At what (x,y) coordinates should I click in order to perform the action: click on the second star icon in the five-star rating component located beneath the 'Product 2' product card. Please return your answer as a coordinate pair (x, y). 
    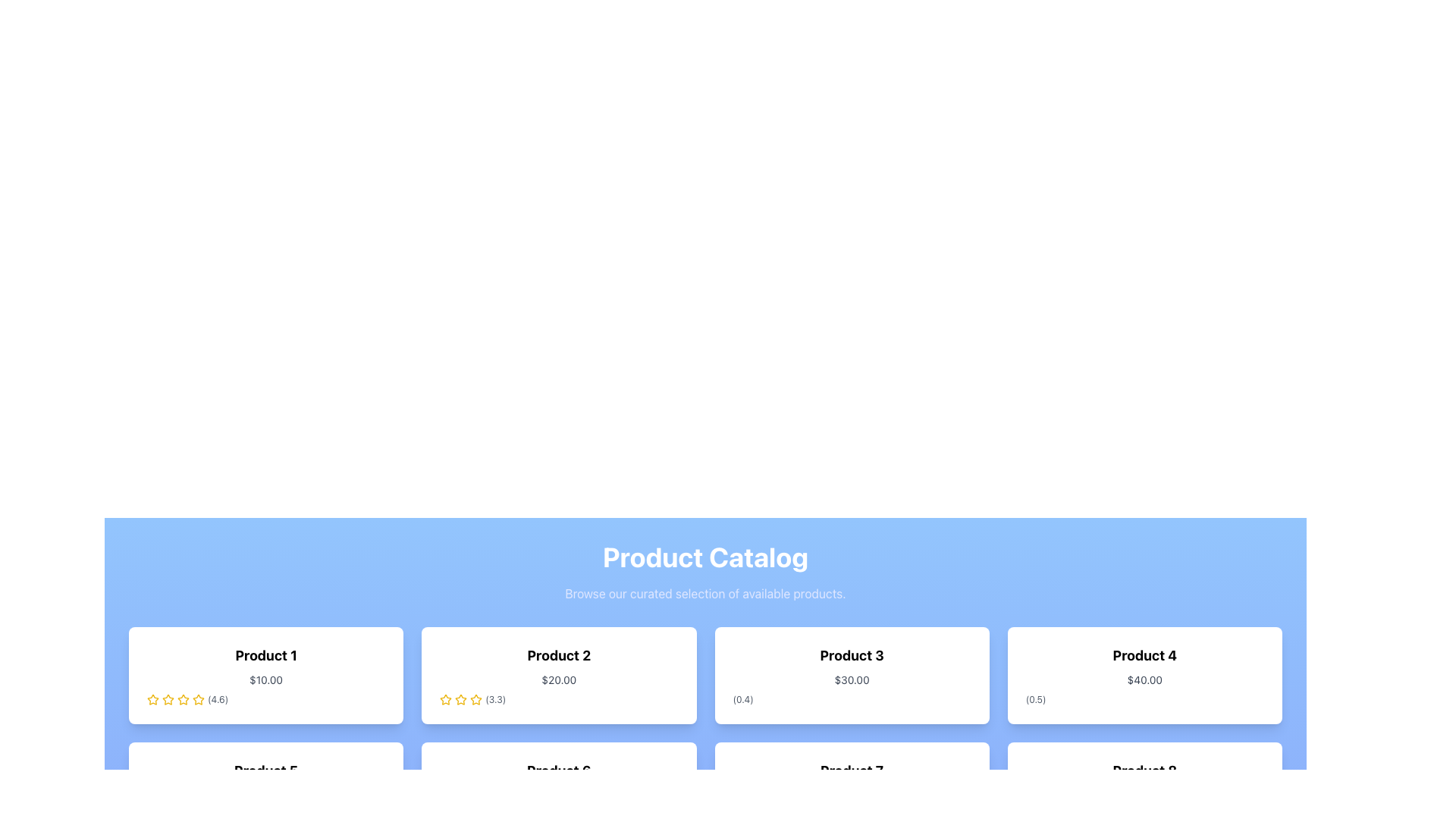
    Looking at the image, I should click on (460, 699).